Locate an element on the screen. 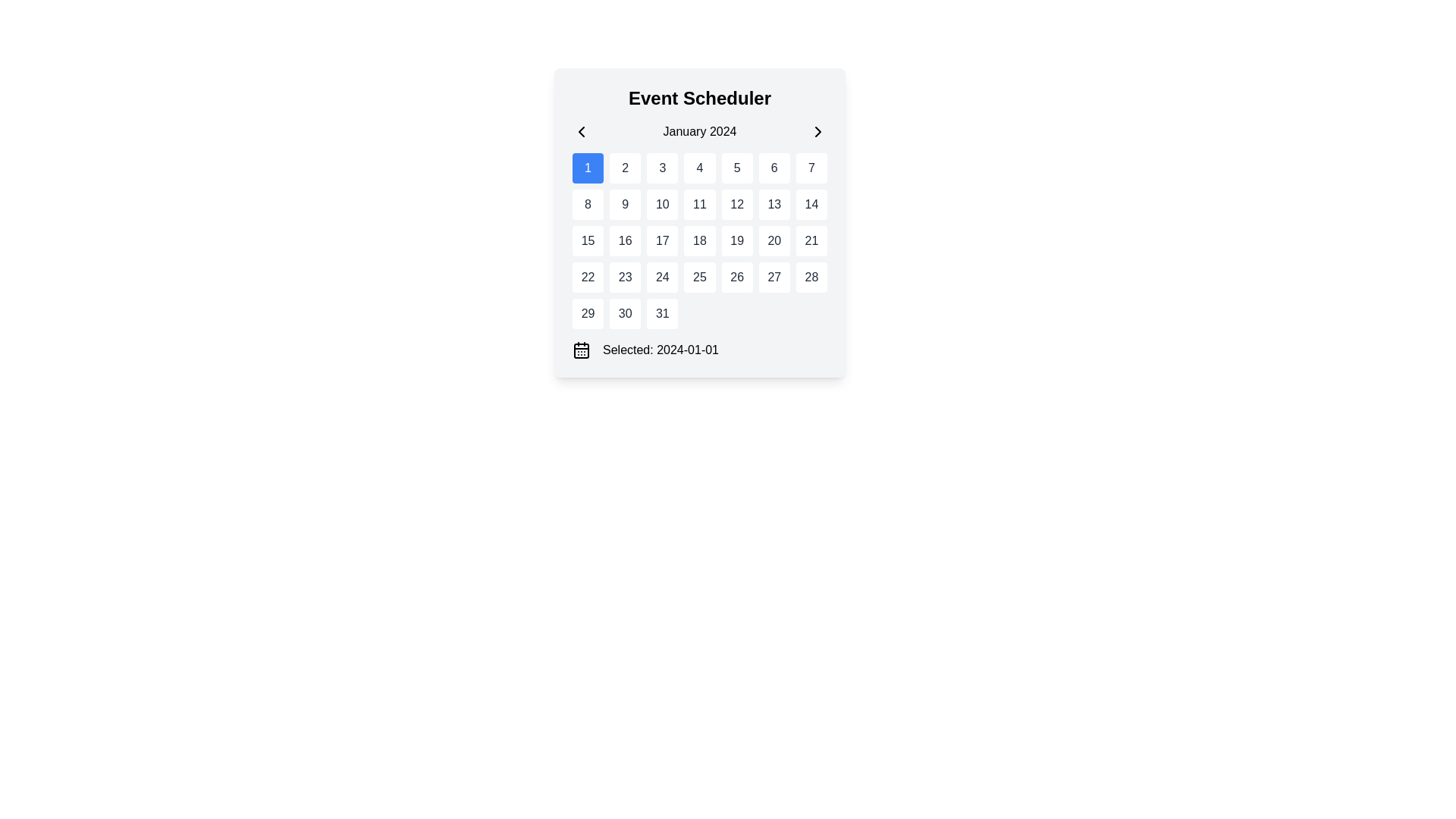  the calendar date cell displaying the number '15', which is located in the third row and first column of the calendar grid is located at coordinates (587, 240).